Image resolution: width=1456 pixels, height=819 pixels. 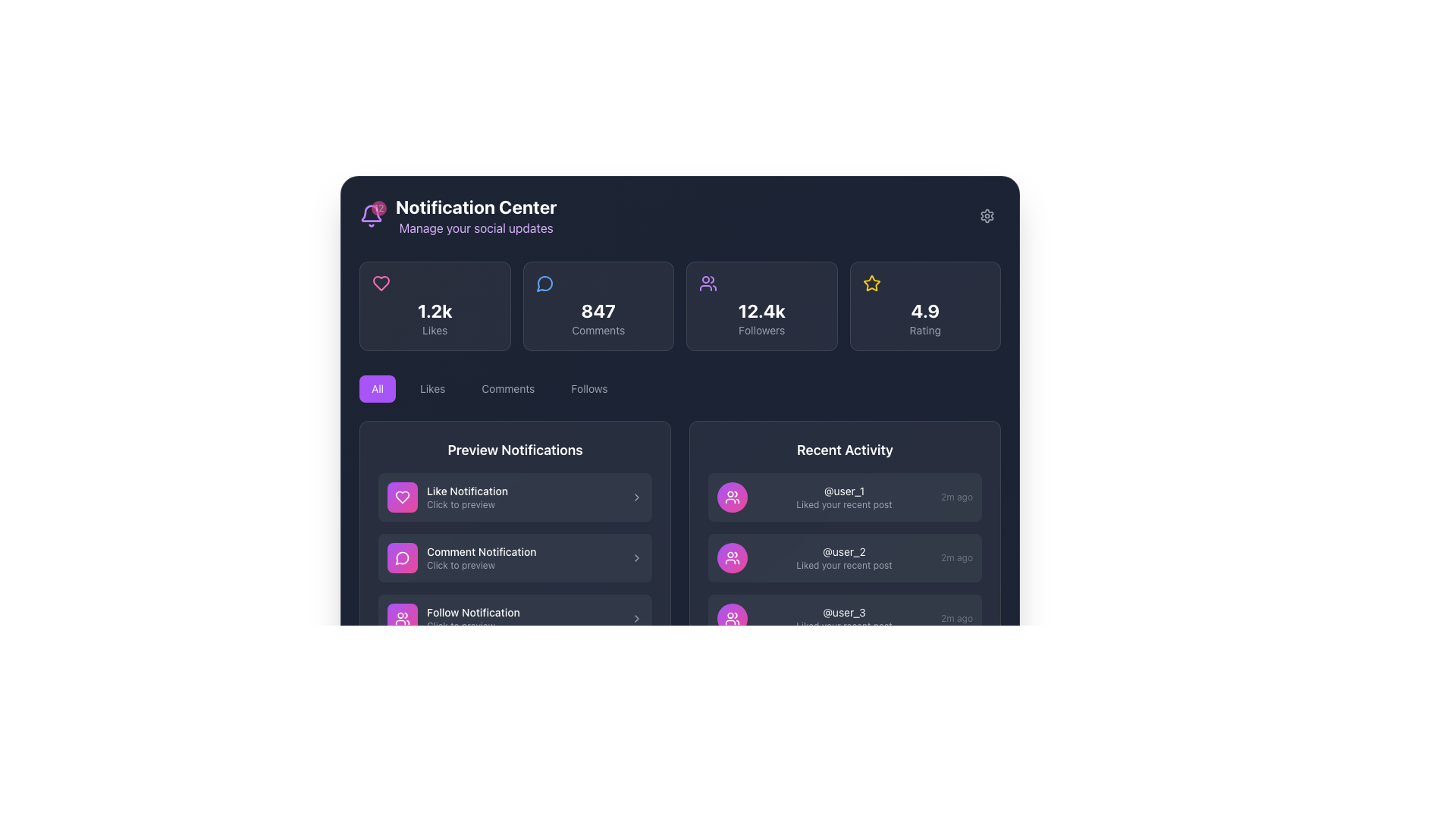 What do you see at coordinates (987, 216) in the screenshot?
I see `the cogwheel icon located in the top-right corner of the interface` at bounding box center [987, 216].